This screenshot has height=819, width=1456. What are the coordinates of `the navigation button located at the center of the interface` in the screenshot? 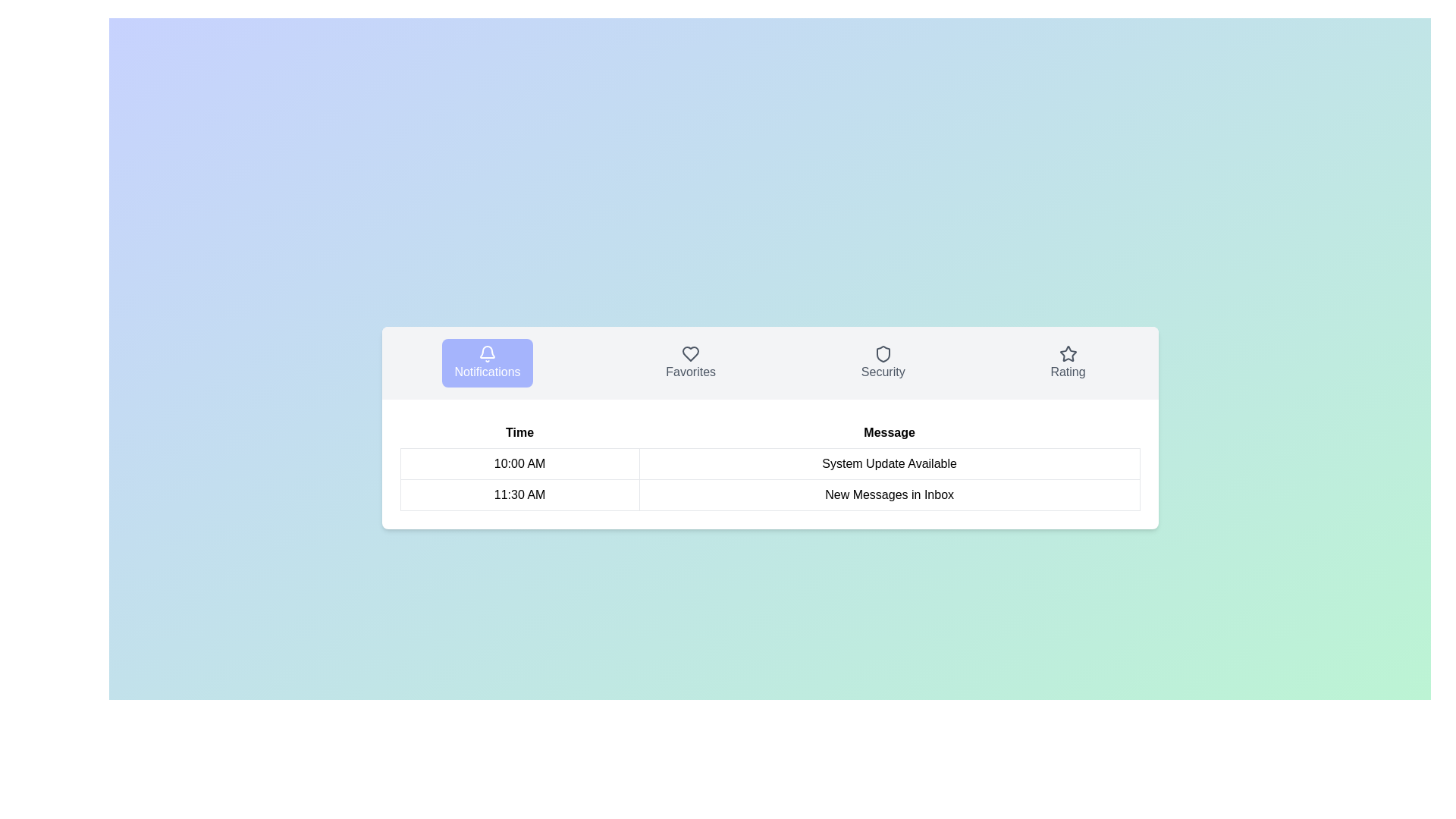 It's located at (488, 362).